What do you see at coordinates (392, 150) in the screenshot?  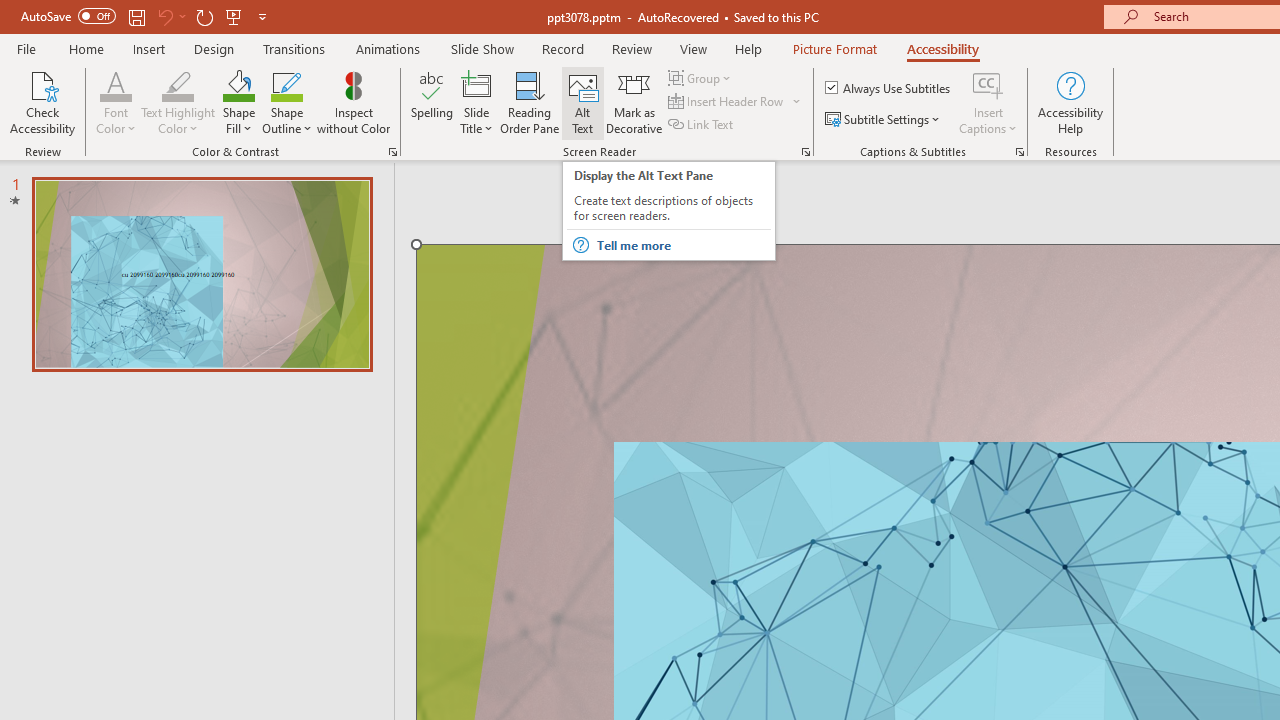 I see `'Color & Contrast'` at bounding box center [392, 150].